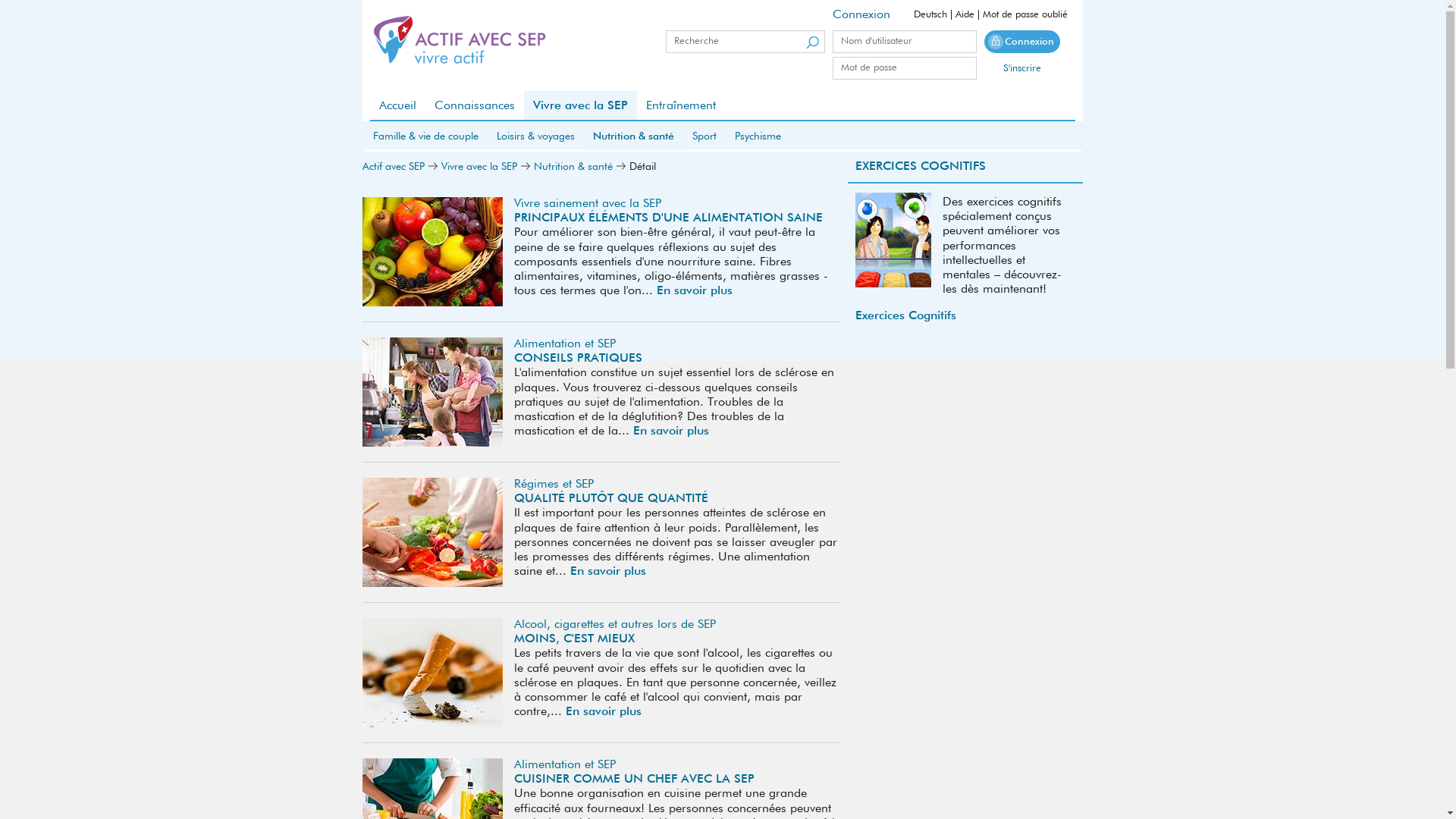 The height and width of the screenshot is (819, 1456). Describe the element at coordinates (535, 136) in the screenshot. I see `'Loisirs & voyages'` at that location.